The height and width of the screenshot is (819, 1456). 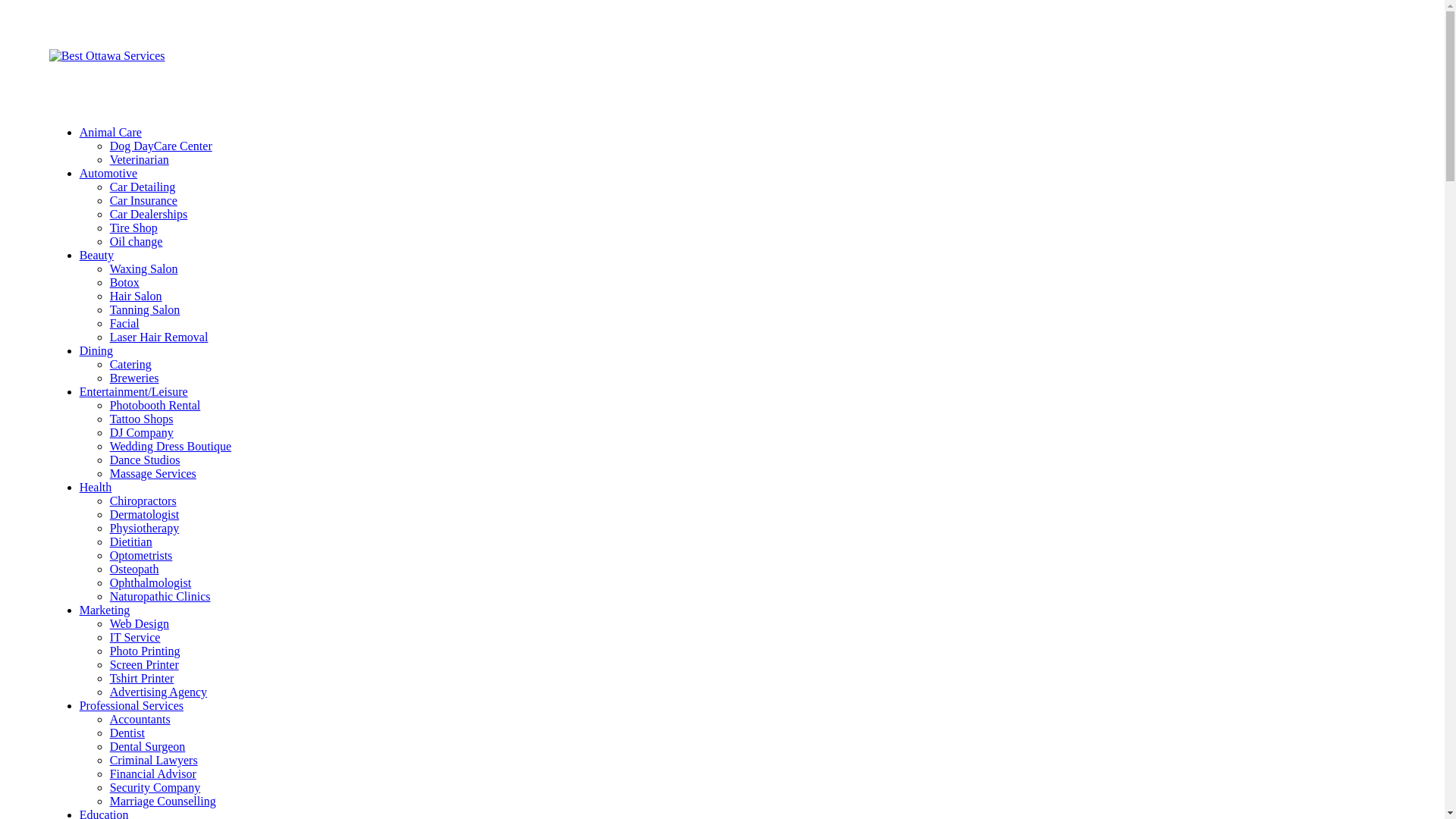 I want to click on 'IT Service', so click(x=108, y=637).